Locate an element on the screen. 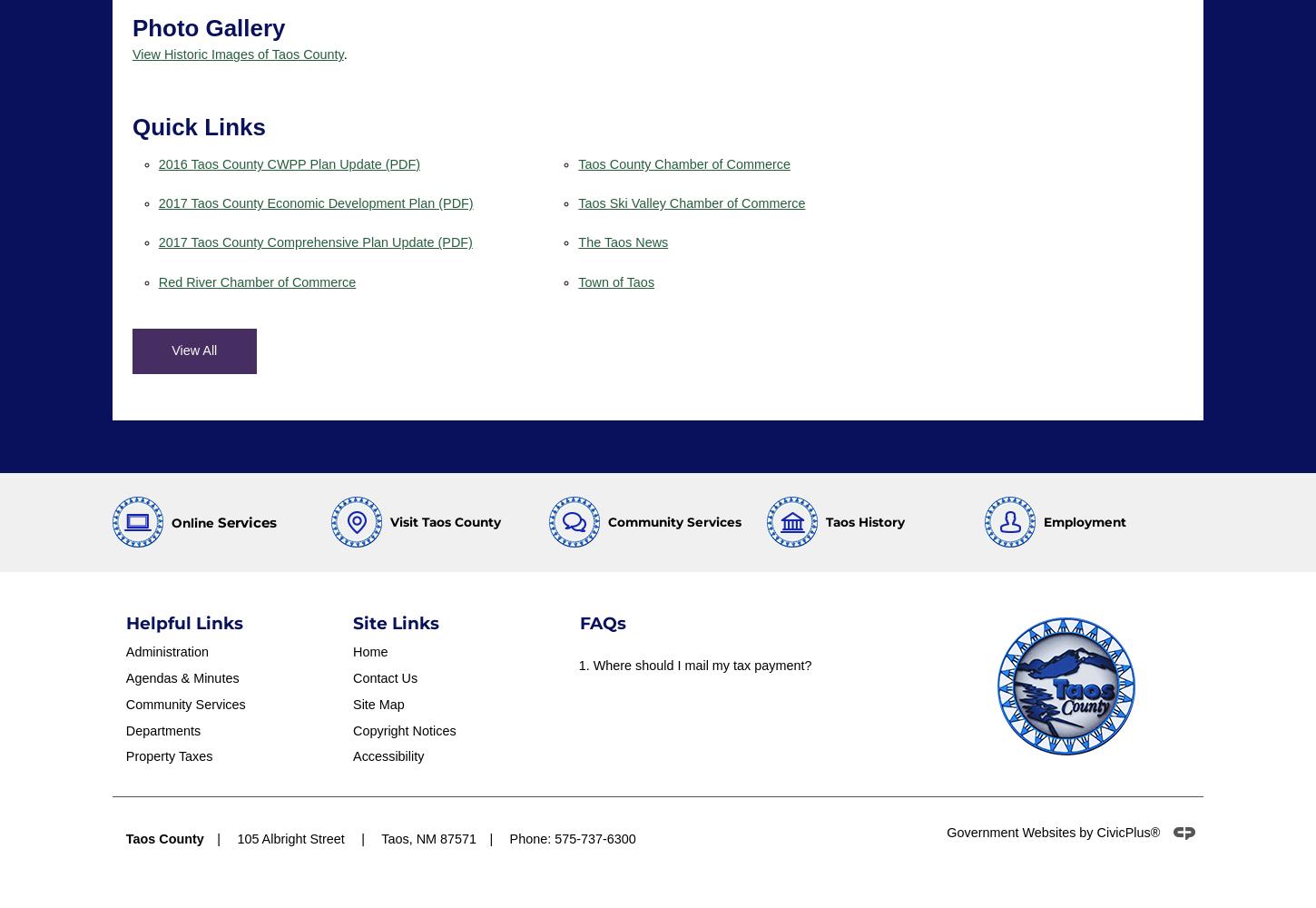 This screenshot has height=908, width=1316. 'Government Websites by' is located at coordinates (1020, 832).